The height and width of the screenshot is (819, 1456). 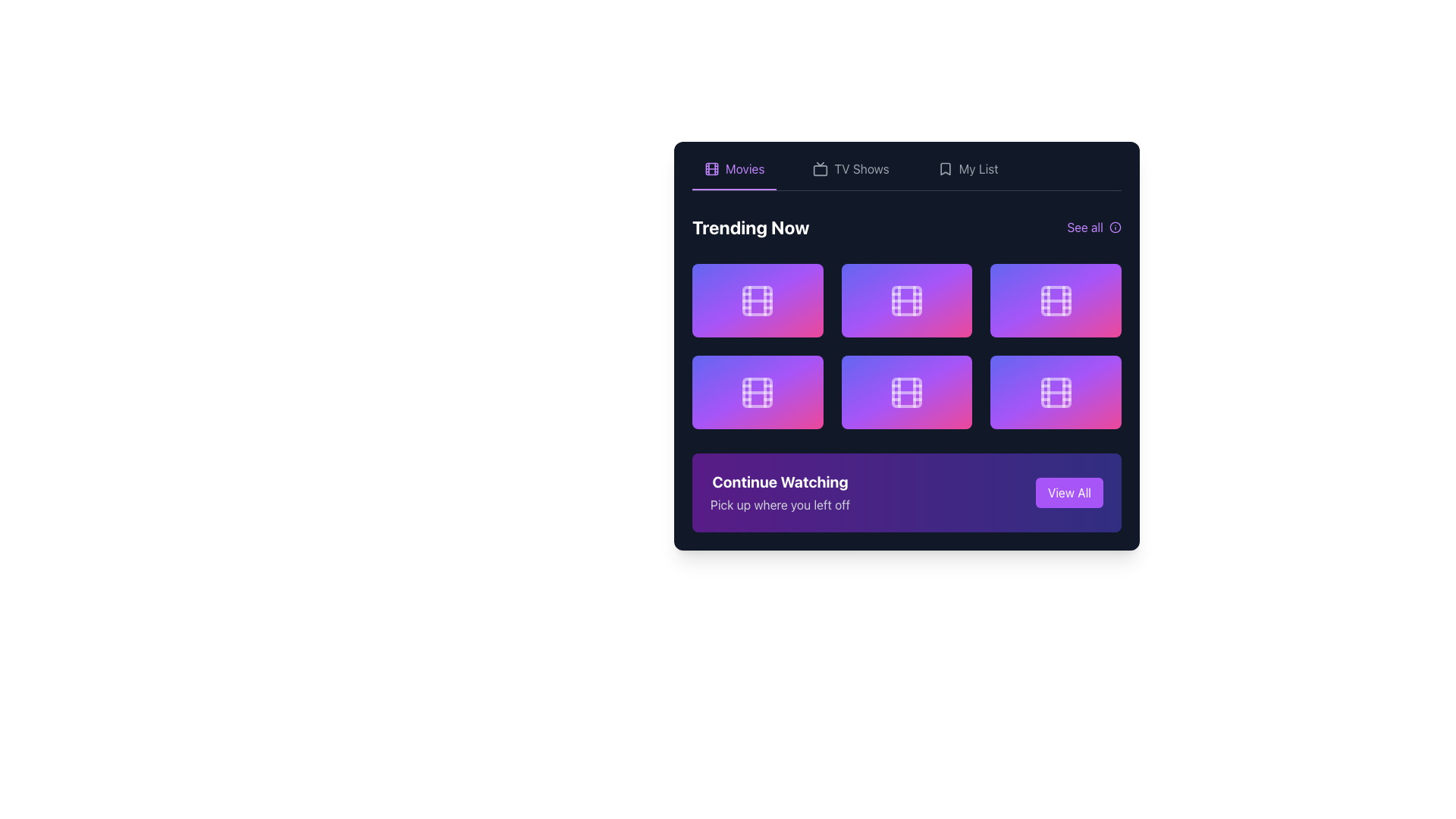 What do you see at coordinates (1055, 300) in the screenshot?
I see `the Media item card with a gradient background transitioning from purple to pink and a white film or grid icon, located in the third column of the top row in the 'Trending Now' section` at bounding box center [1055, 300].